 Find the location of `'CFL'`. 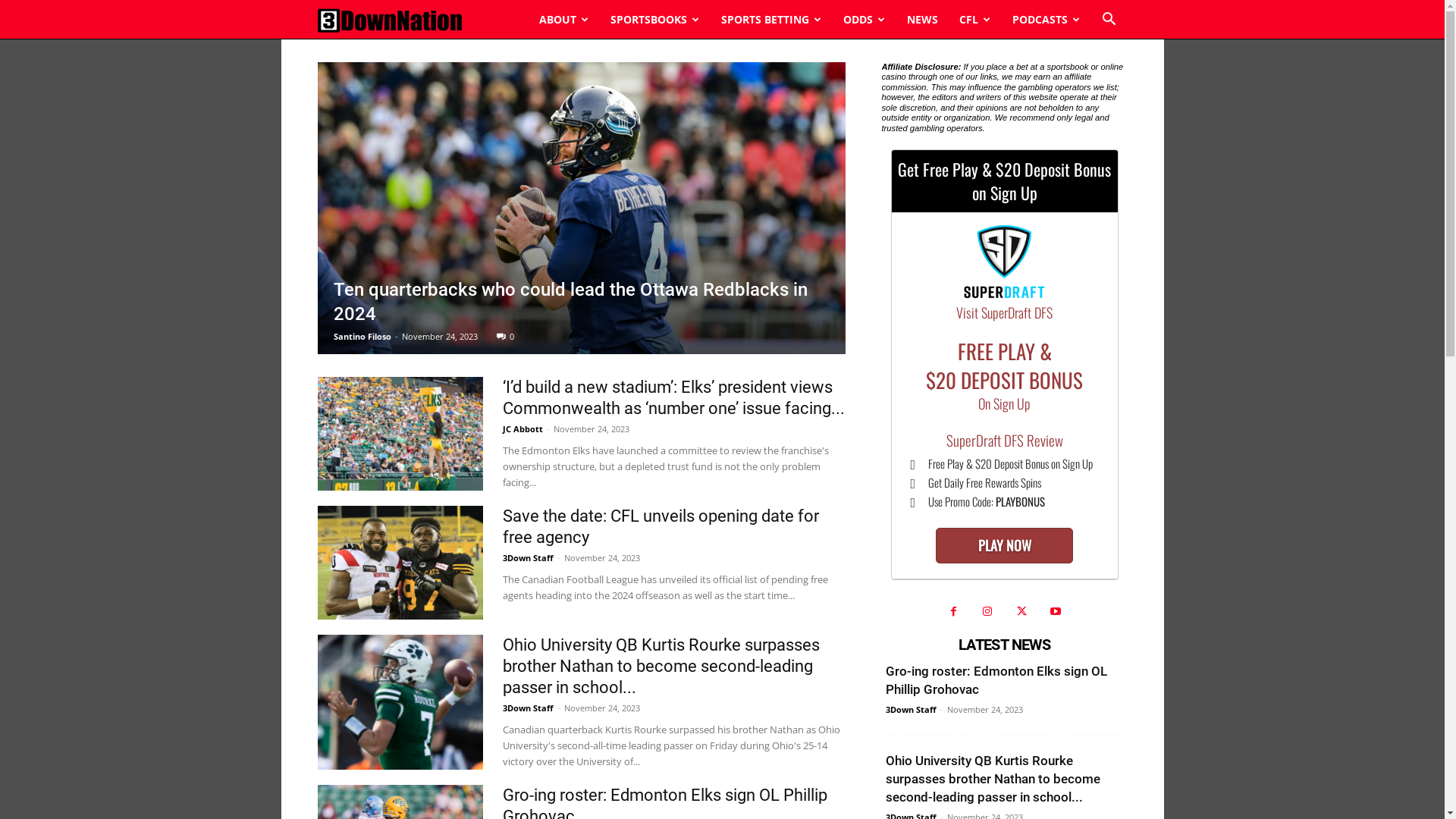

'CFL' is located at coordinates (974, 20).